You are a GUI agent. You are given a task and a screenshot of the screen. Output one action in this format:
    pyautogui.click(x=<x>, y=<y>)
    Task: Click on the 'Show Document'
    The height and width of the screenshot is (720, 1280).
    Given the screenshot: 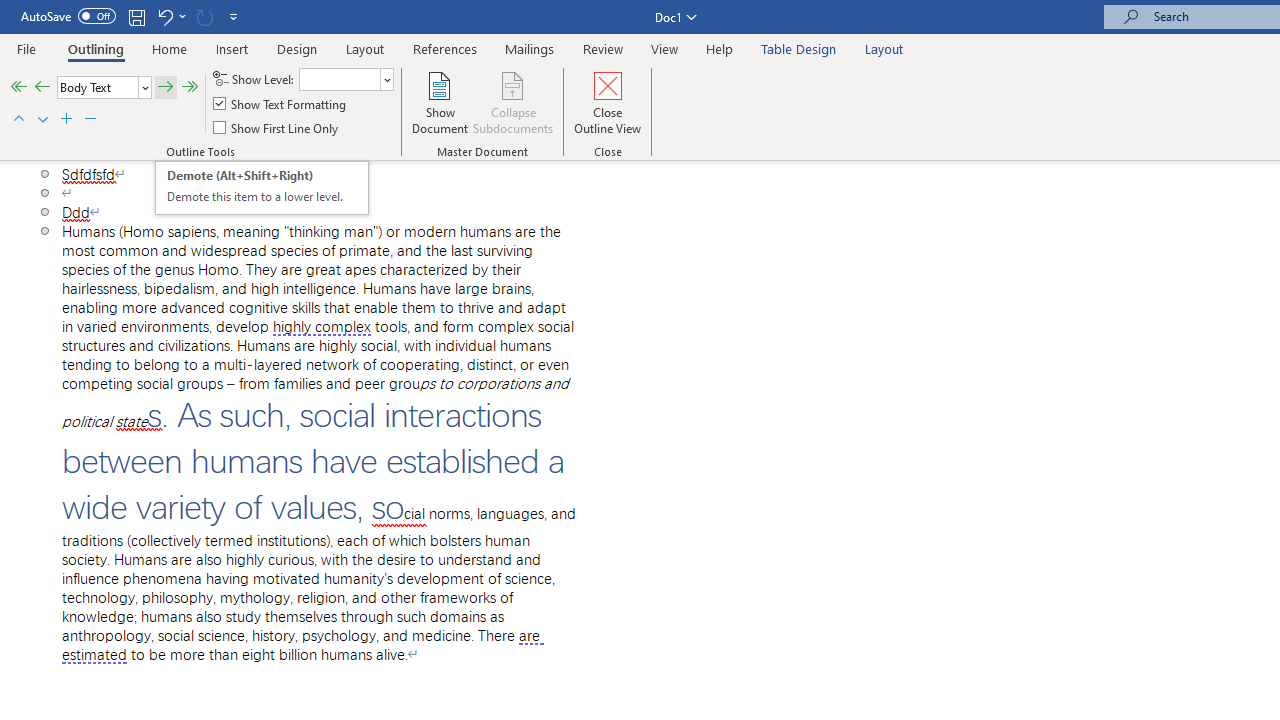 What is the action you would take?
    pyautogui.click(x=439, y=103)
    